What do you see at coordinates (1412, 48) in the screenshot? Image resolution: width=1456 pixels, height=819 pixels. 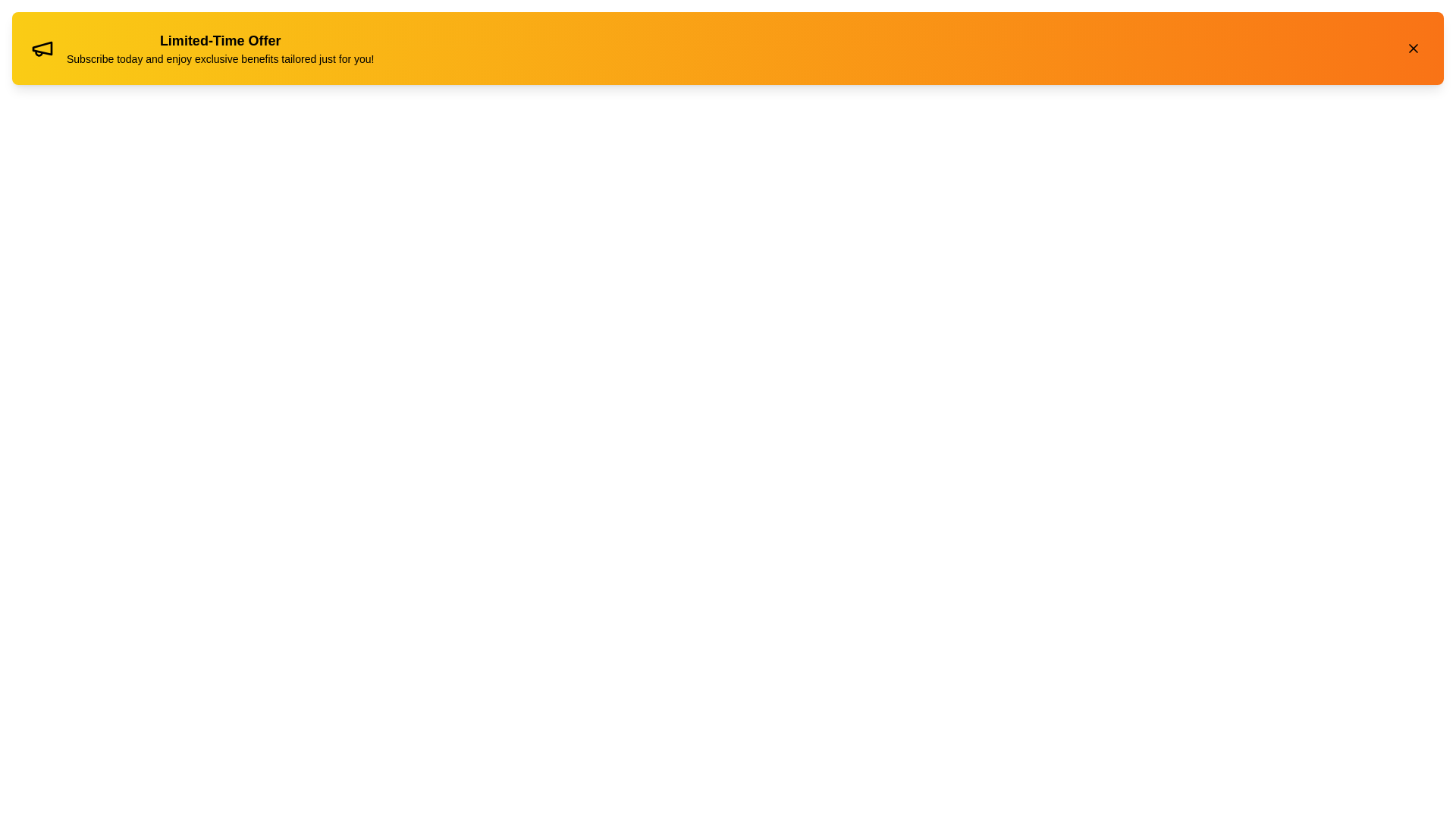 I see `the close button to dismiss the alert` at bounding box center [1412, 48].